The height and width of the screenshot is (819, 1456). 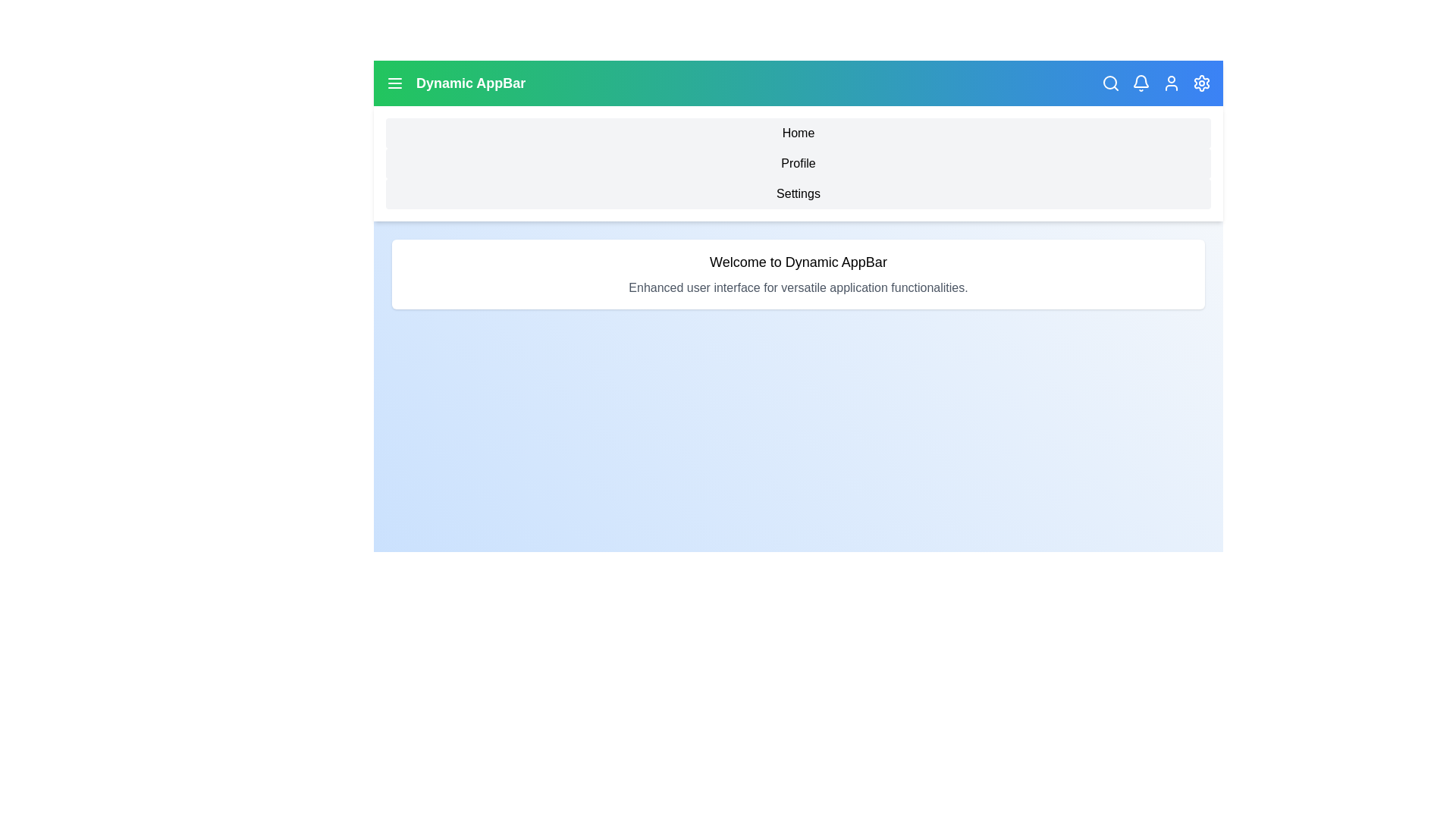 I want to click on the sidebar menu item labeled Home, so click(x=797, y=133).